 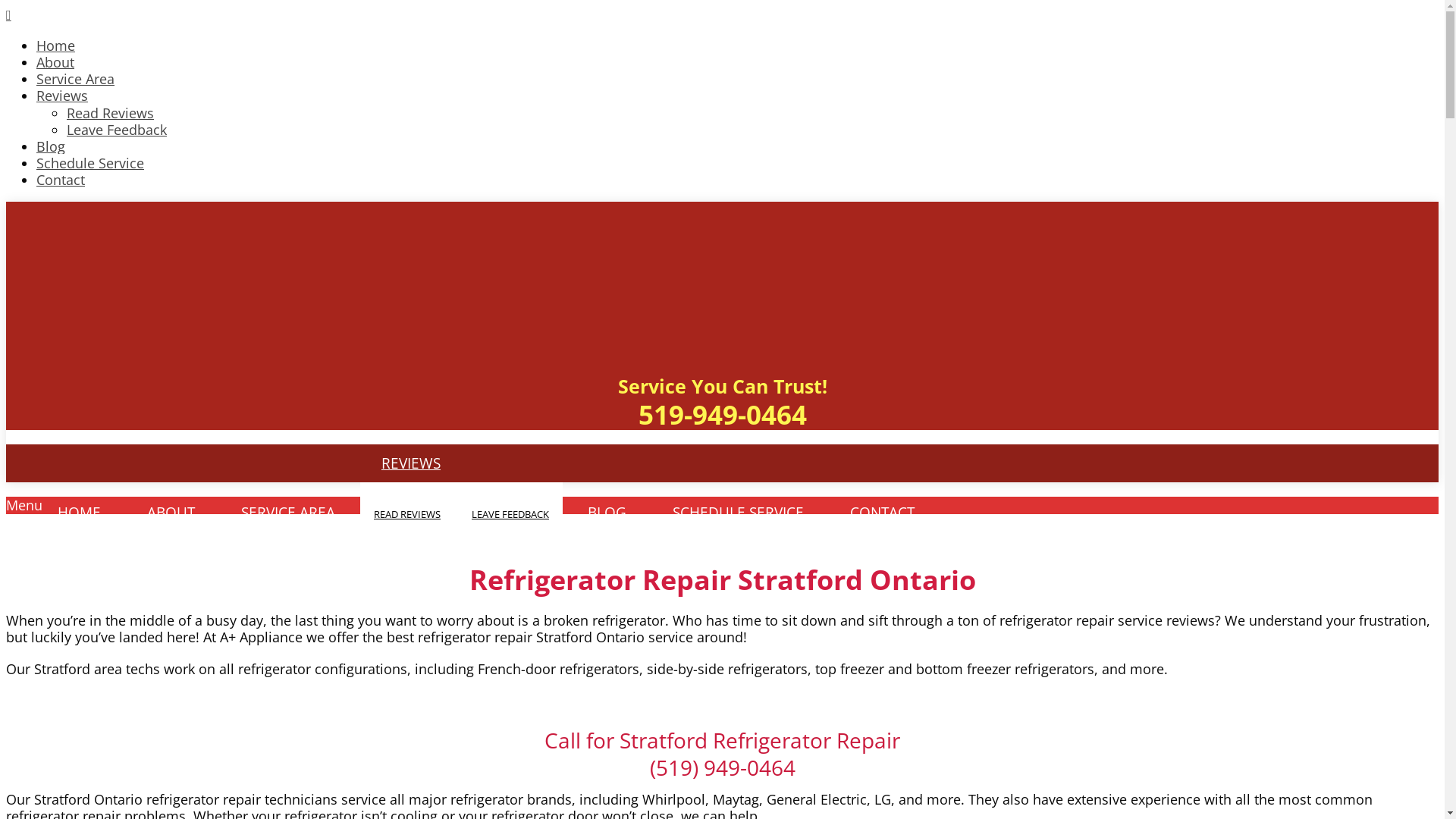 I want to click on 'REVIEWS', so click(x=411, y=462).